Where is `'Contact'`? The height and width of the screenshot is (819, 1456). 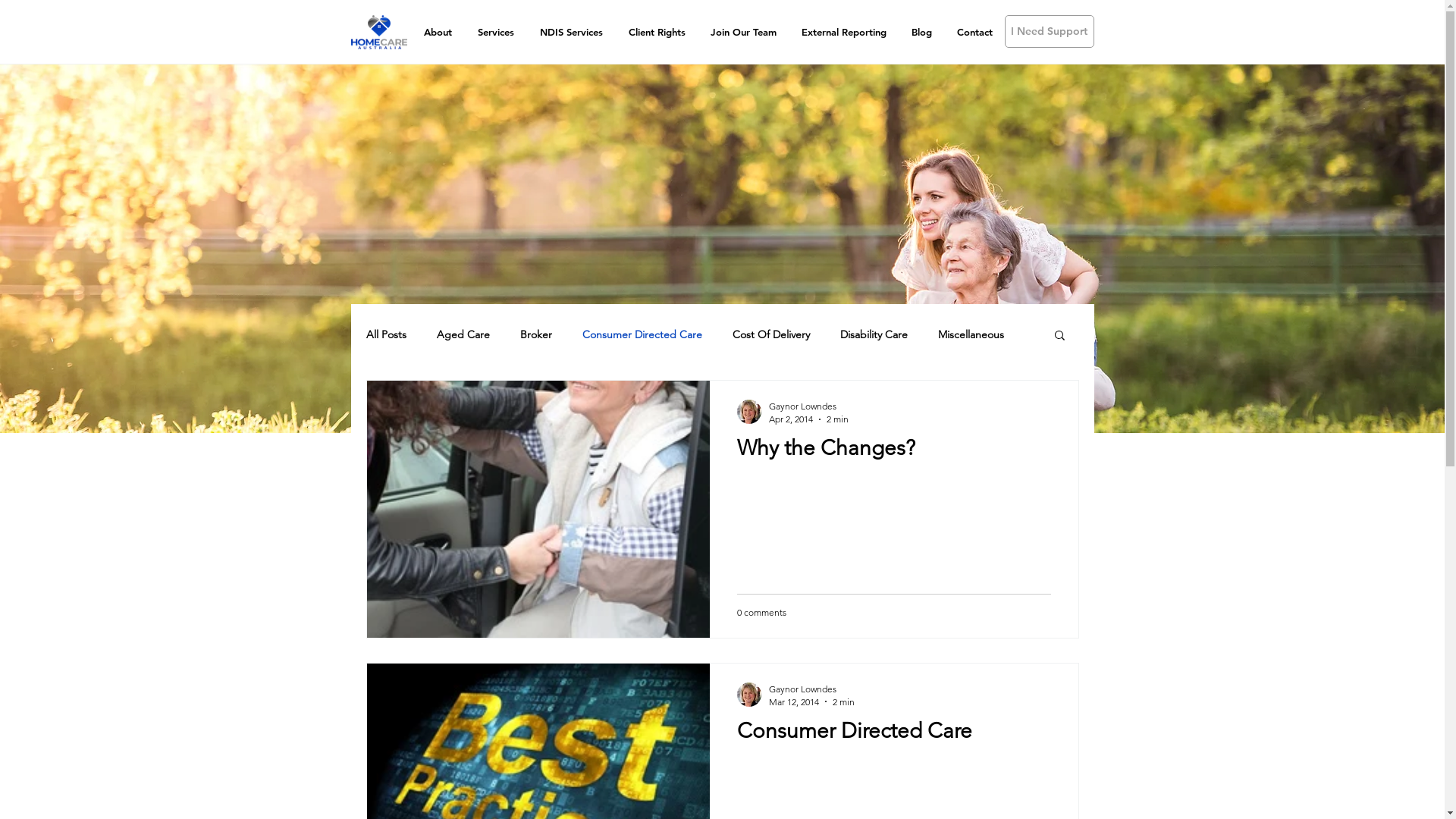 'Contact' is located at coordinates (944, 32).